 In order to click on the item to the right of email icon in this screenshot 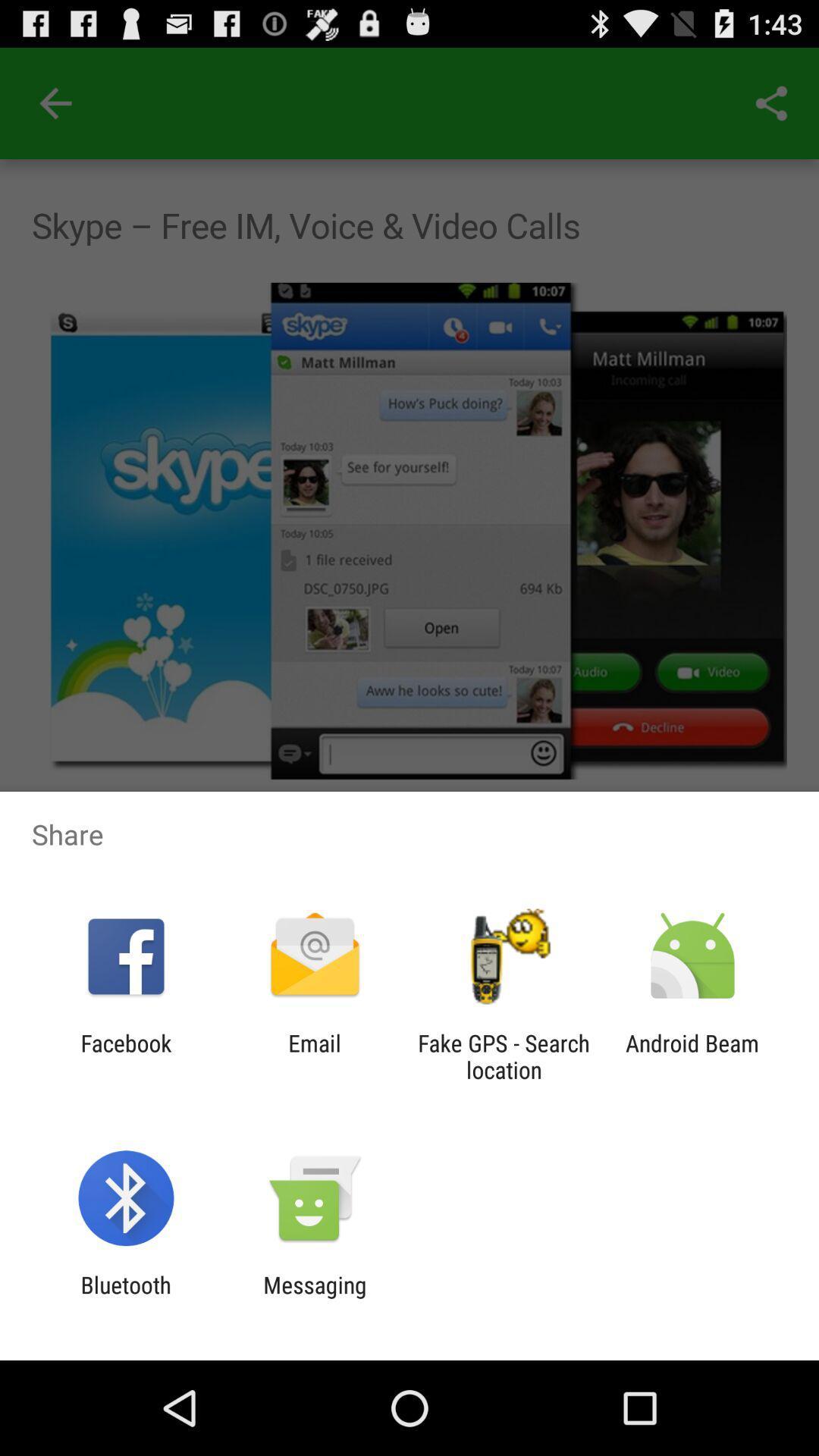, I will do `click(504, 1056)`.